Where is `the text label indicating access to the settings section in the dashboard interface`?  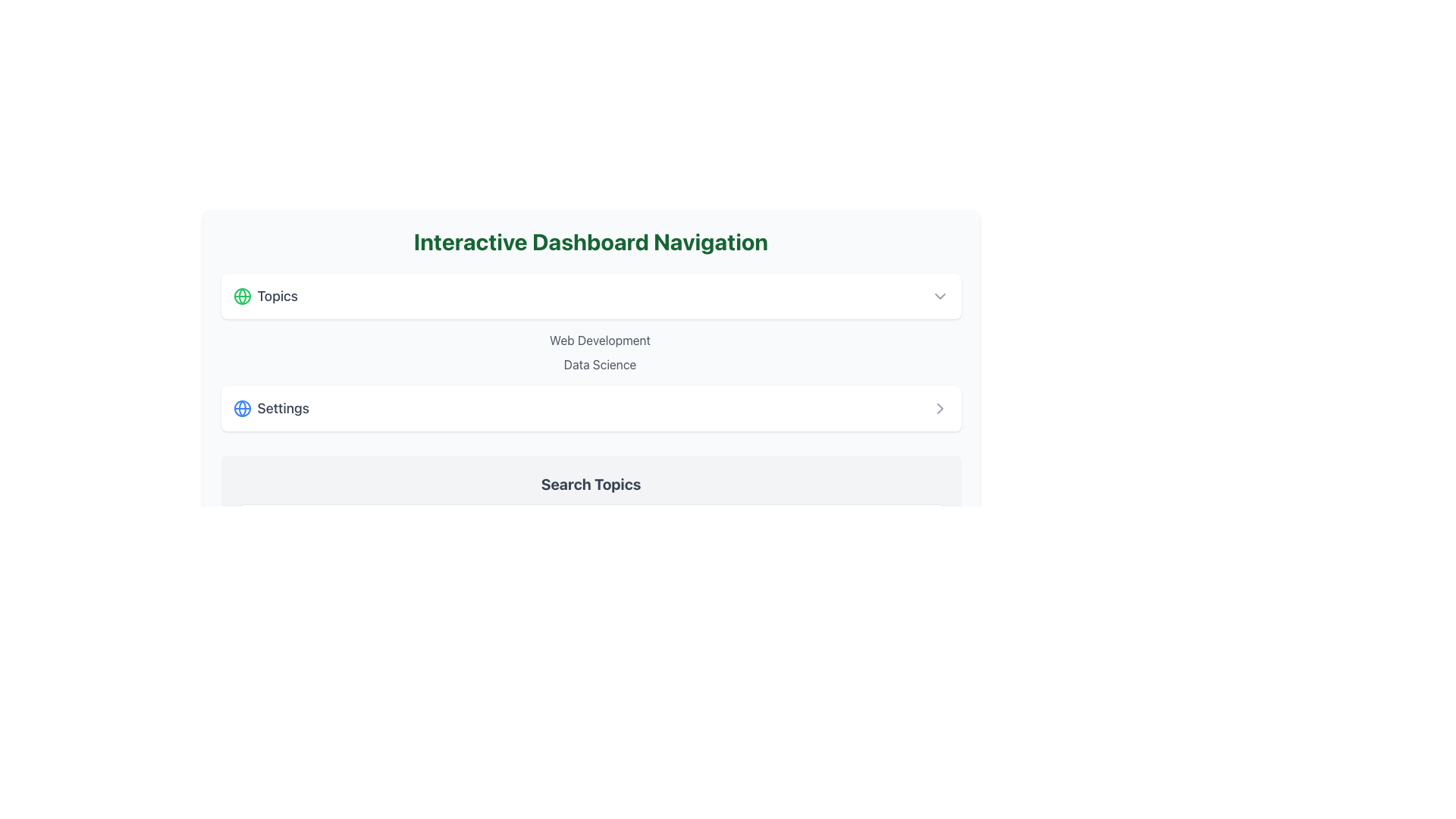 the text label indicating access to the settings section in the dashboard interface is located at coordinates (271, 408).